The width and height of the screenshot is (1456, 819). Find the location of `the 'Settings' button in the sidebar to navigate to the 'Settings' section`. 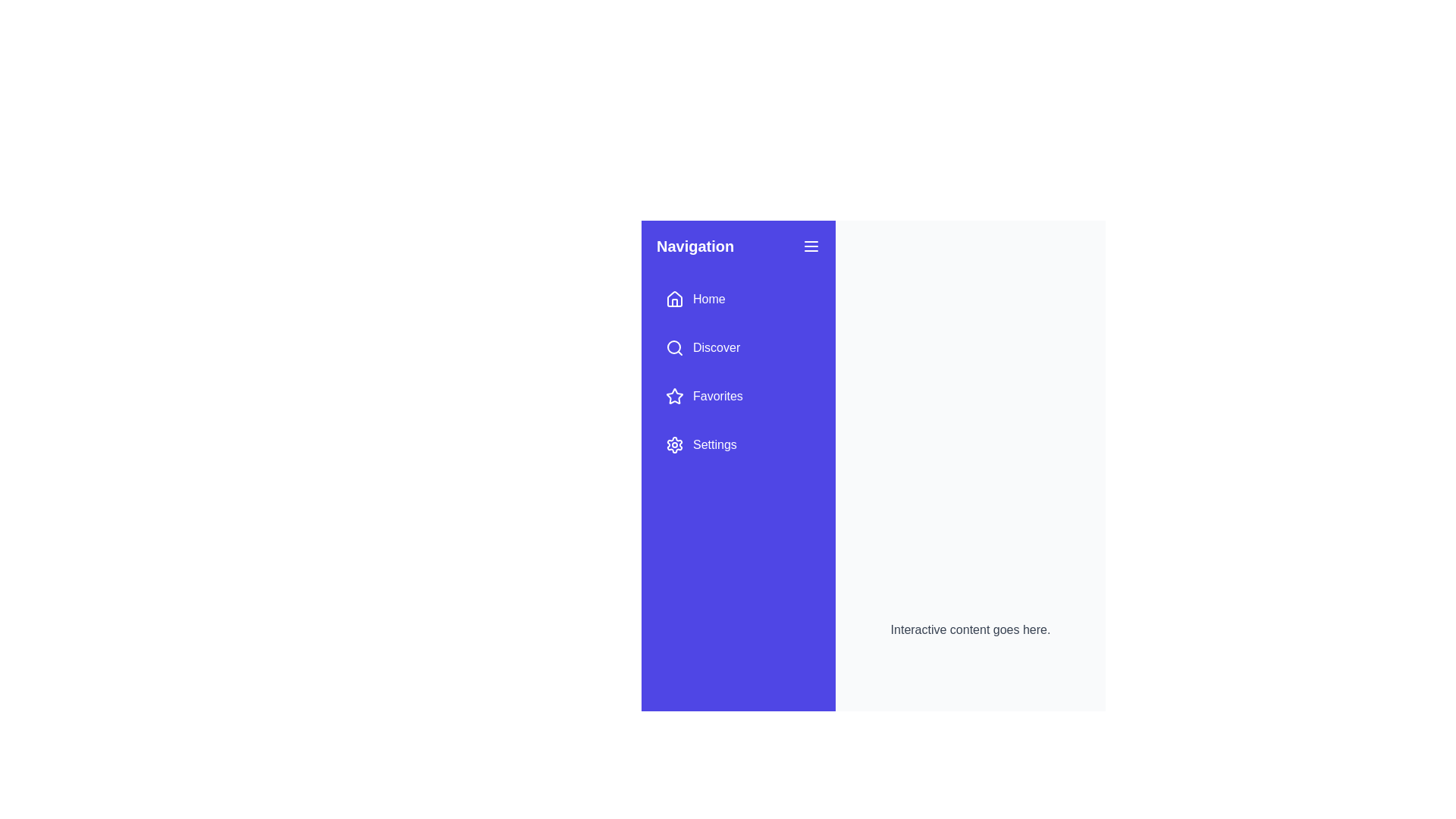

the 'Settings' button in the sidebar to navigate to the 'Settings' section is located at coordinates (700, 444).